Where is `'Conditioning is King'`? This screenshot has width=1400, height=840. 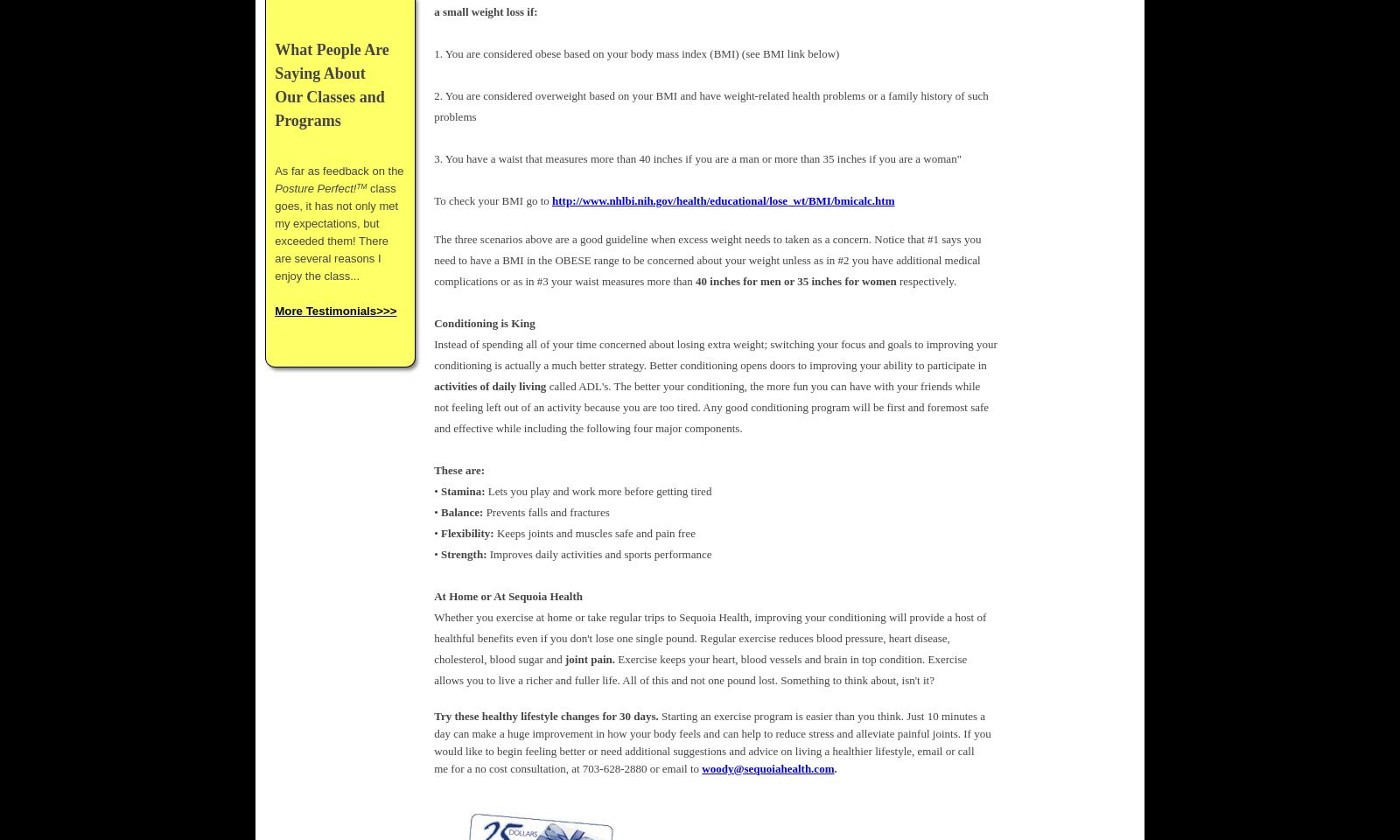
'Conditioning is King' is located at coordinates (433, 321).